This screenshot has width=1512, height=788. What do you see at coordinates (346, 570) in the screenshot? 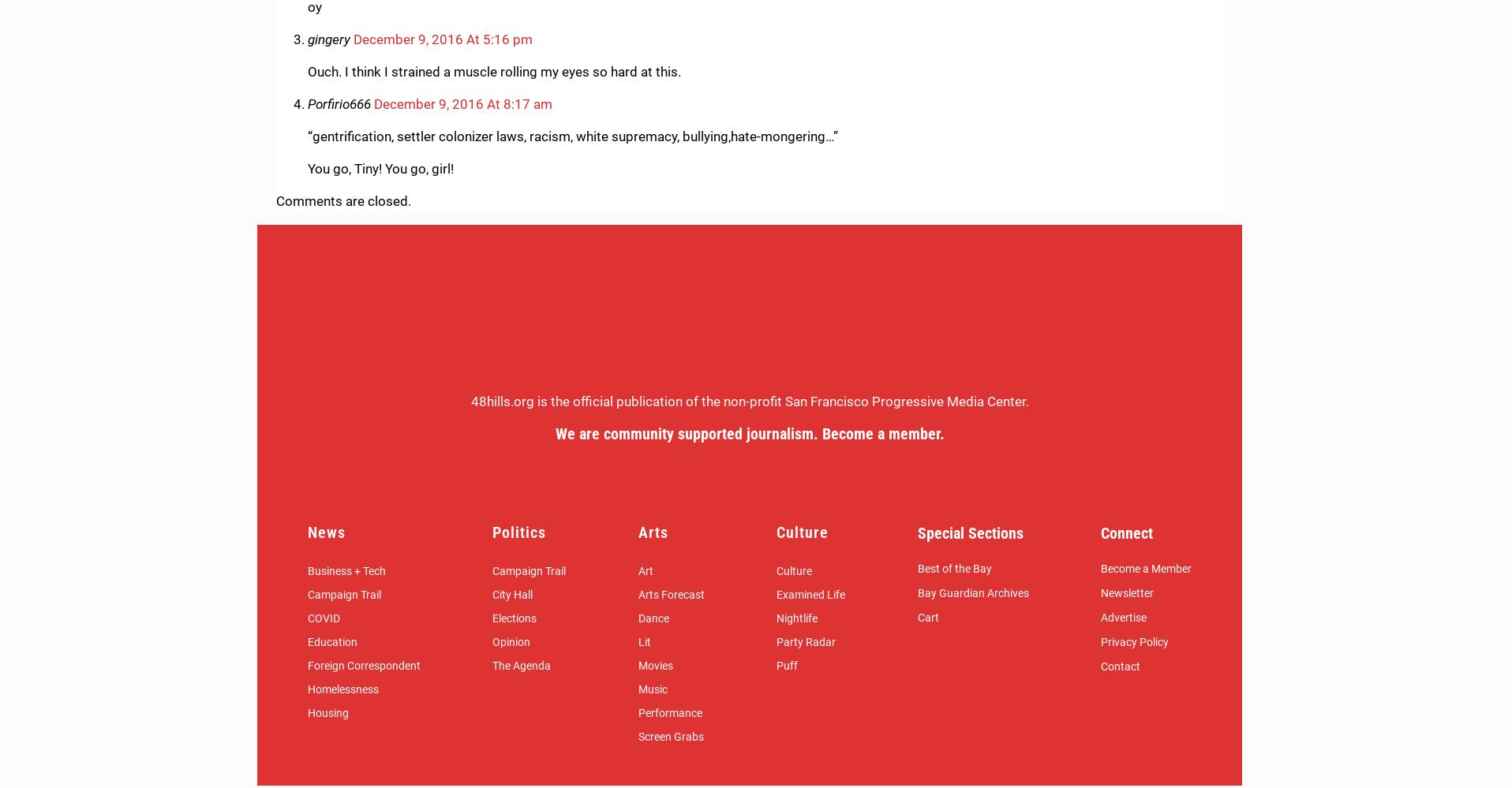
I see `'Business + Tech'` at bounding box center [346, 570].